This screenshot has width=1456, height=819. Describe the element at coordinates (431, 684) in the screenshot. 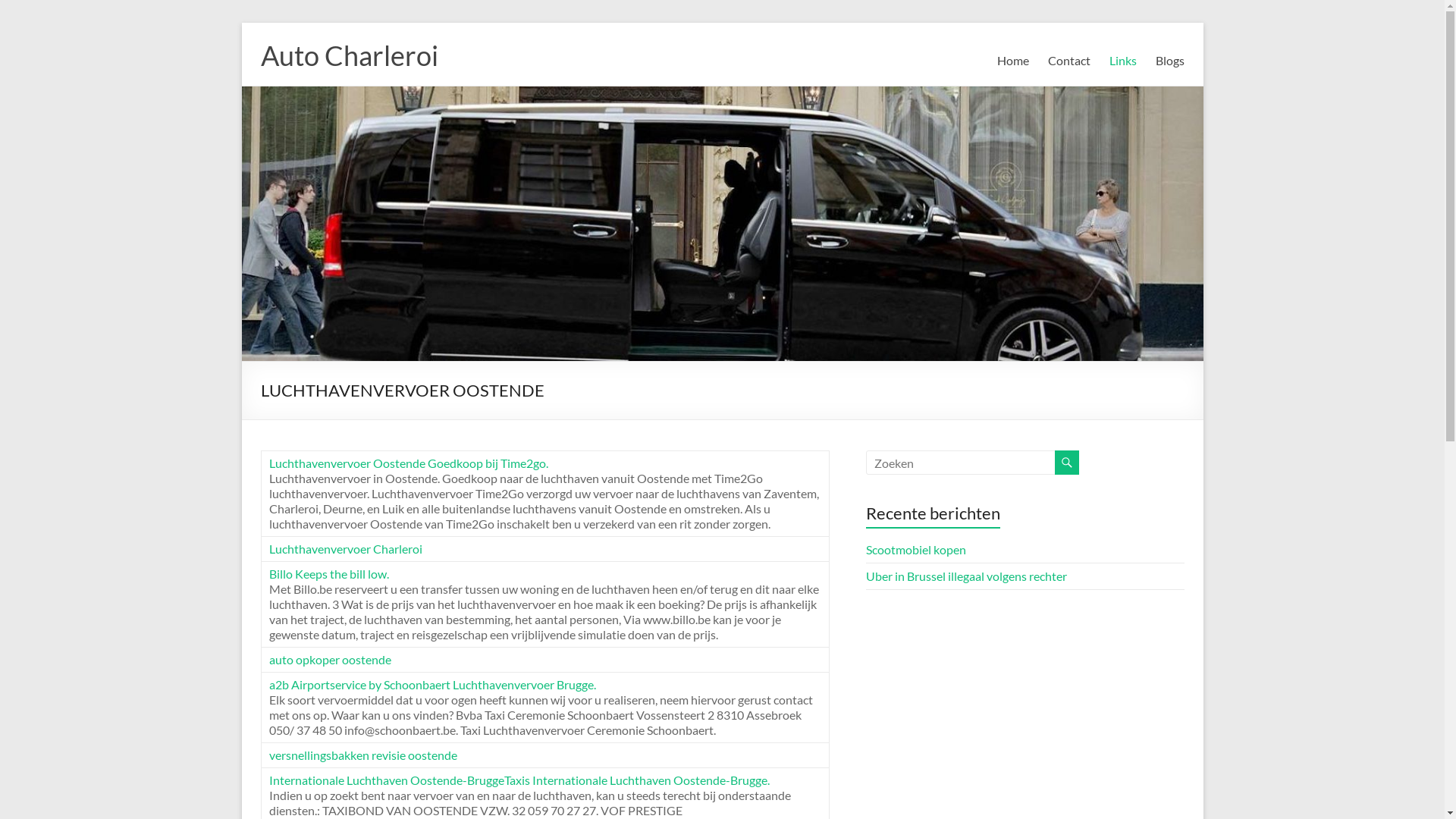

I see `'a2b Airportservice by Schoonbaert Luchthavenvervoer Brugge.'` at that location.